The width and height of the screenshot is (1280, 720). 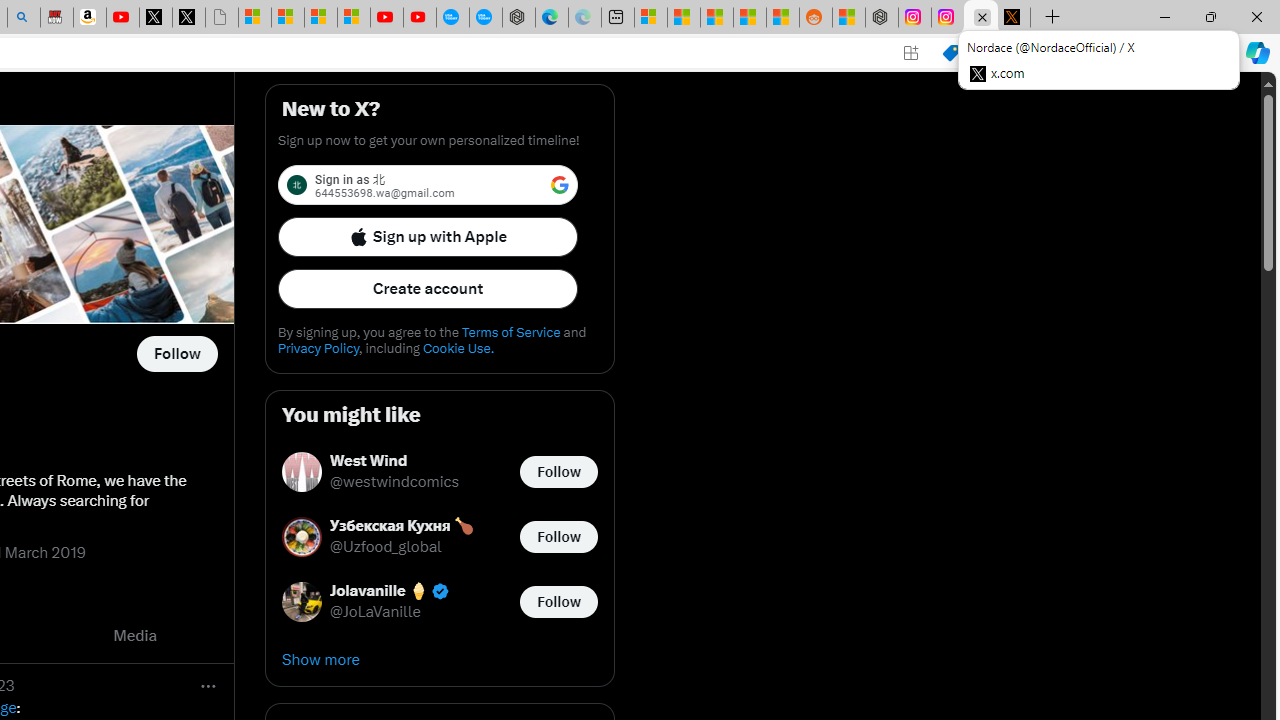 What do you see at coordinates (510, 331) in the screenshot?
I see `'Terms of Service'` at bounding box center [510, 331].